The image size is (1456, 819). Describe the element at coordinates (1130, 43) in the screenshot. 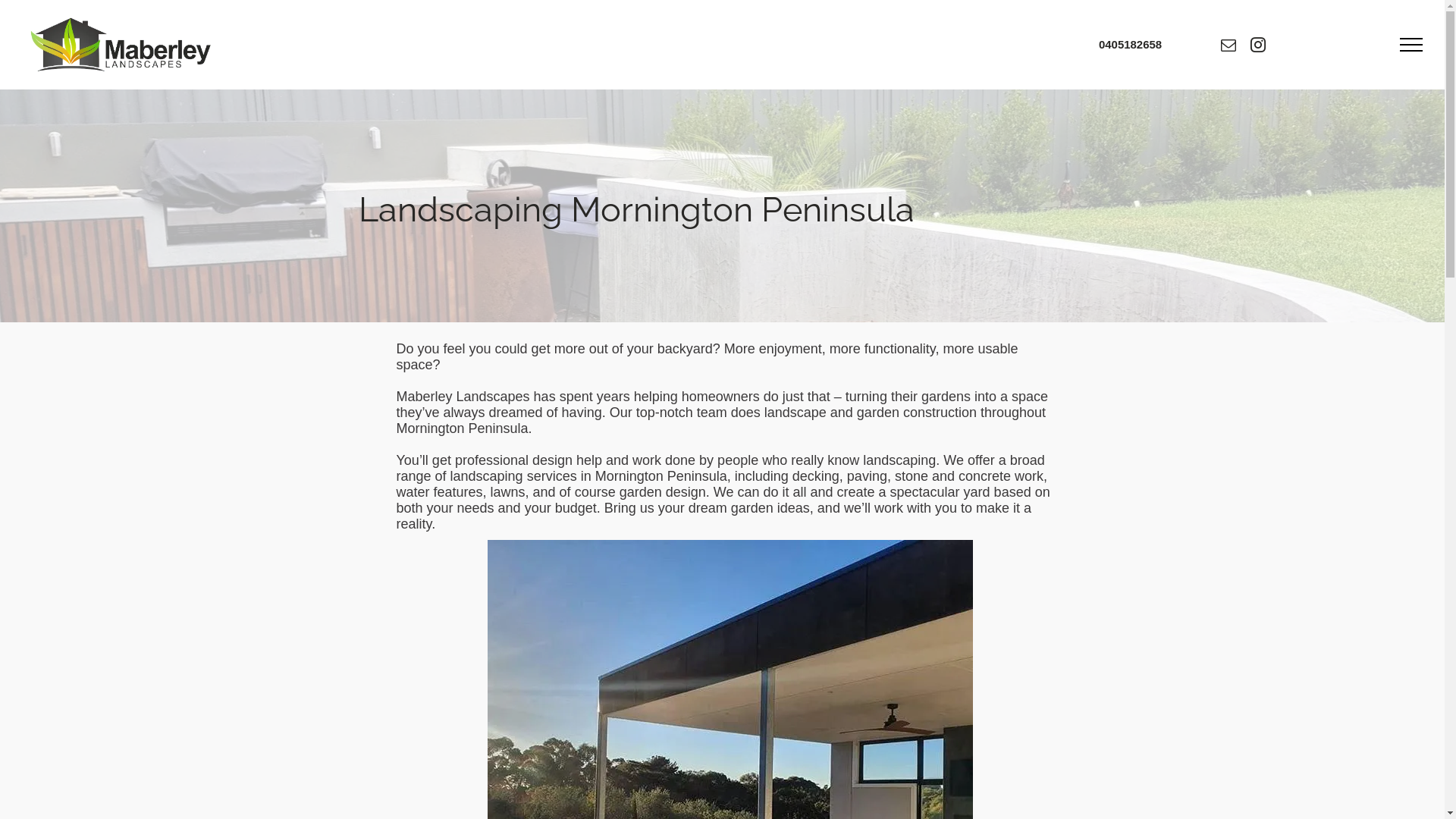

I see `'0405182658'` at that location.